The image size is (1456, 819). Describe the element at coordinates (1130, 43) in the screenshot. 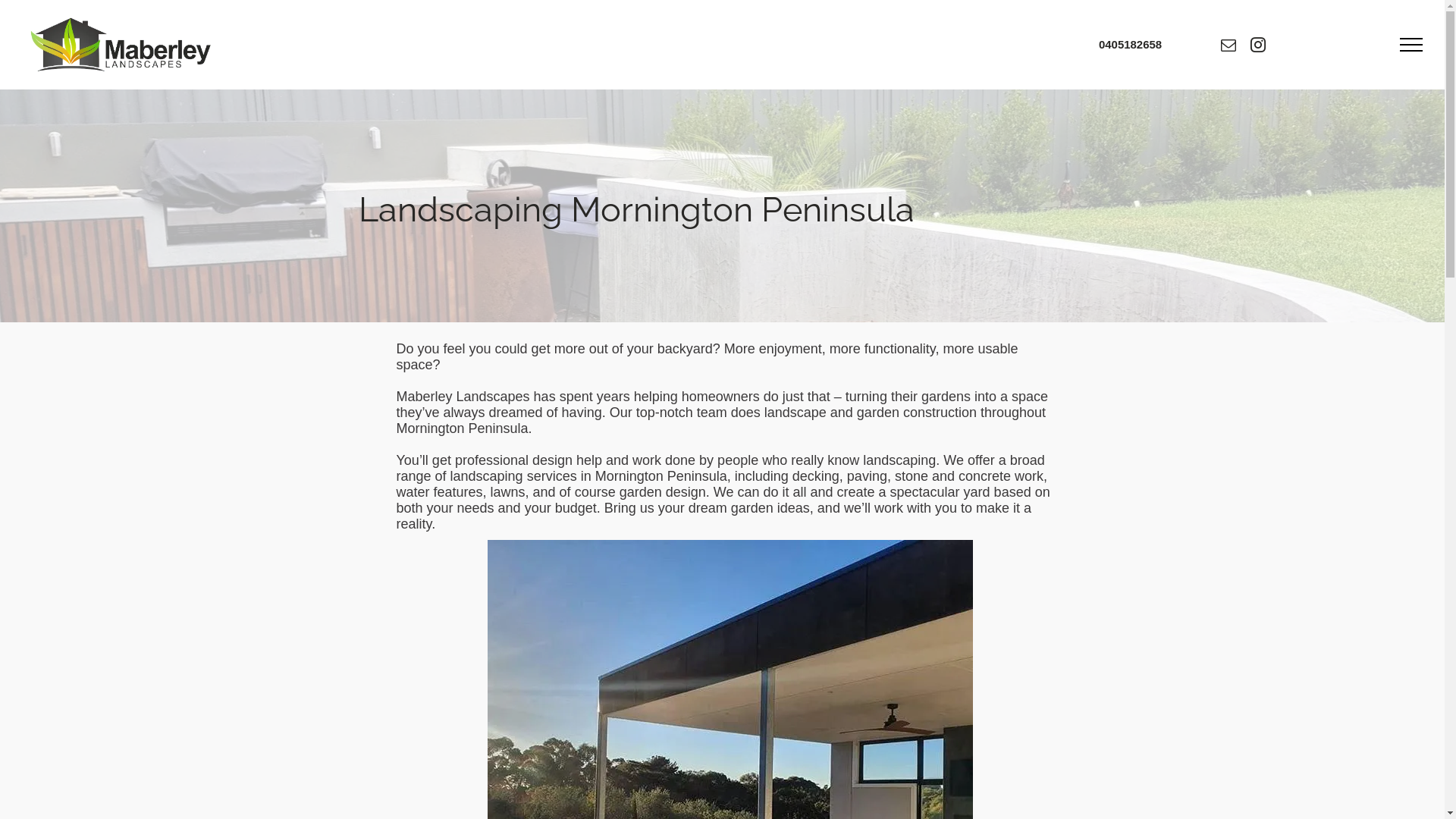

I see `'0405182658'` at that location.